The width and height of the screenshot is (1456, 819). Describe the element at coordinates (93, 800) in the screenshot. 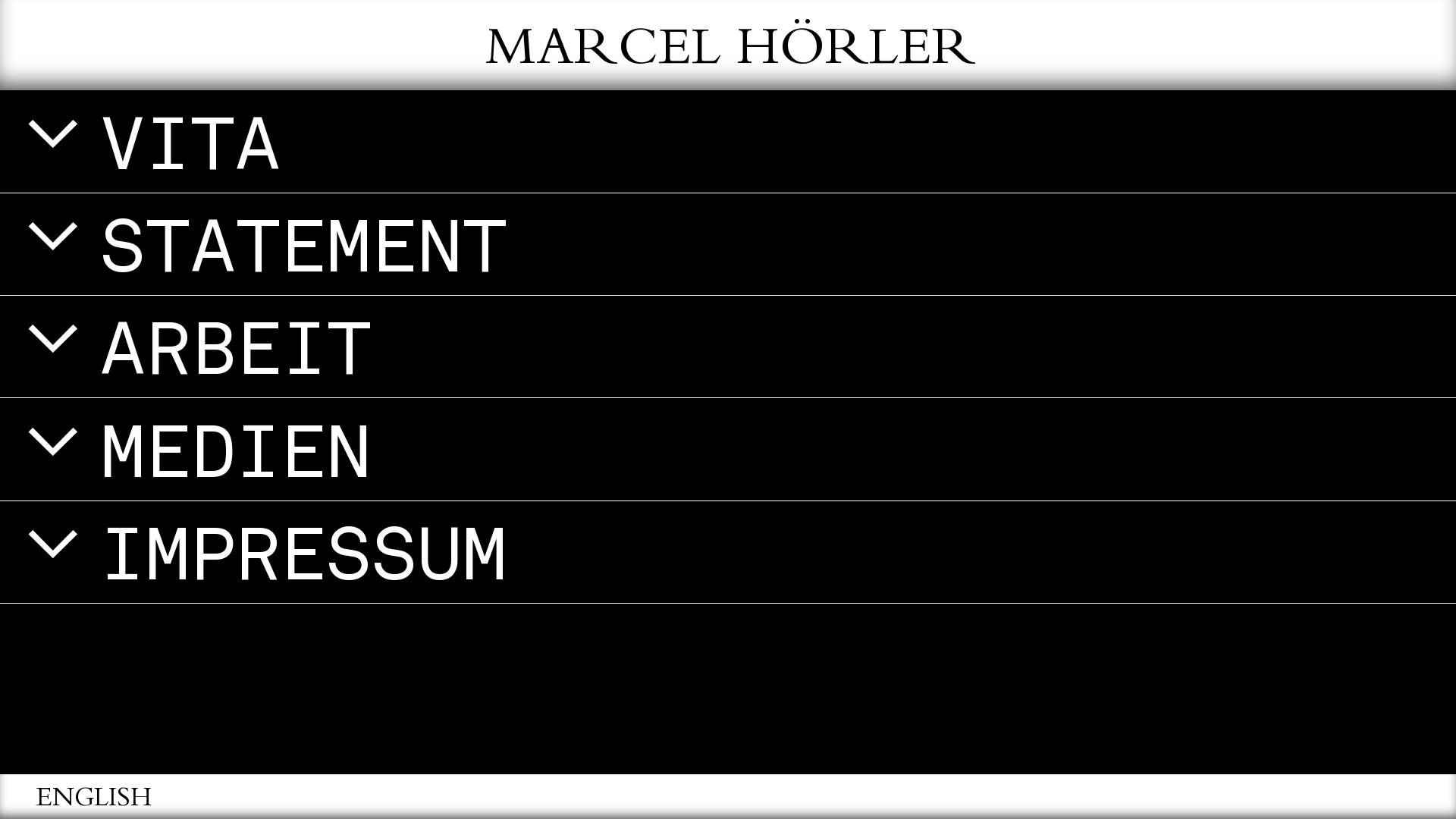

I see `'ENGLISH'` at that location.